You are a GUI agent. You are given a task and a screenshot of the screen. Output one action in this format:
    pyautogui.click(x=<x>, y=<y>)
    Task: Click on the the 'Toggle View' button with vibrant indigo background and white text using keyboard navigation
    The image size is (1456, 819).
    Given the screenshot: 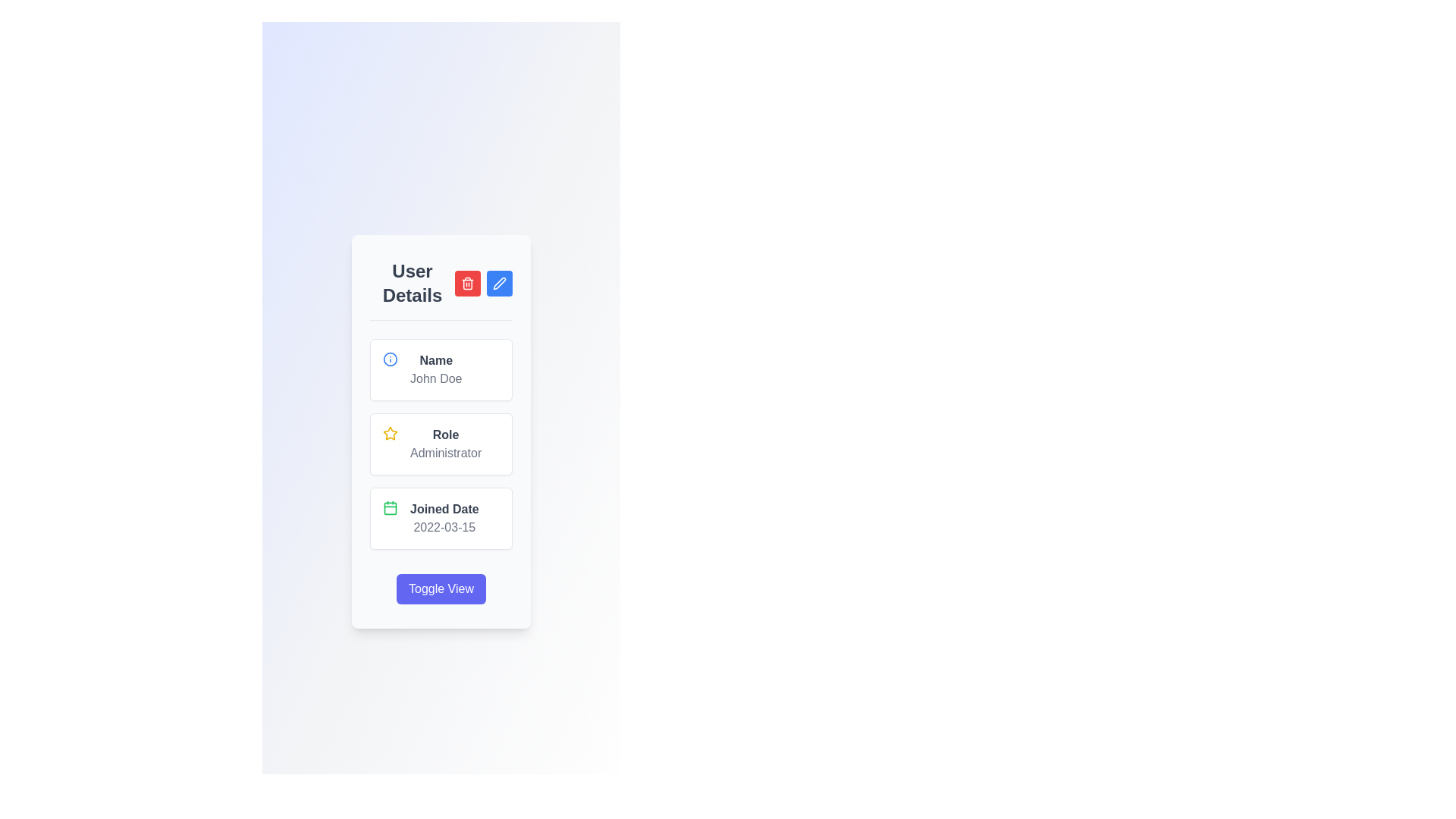 What is the action you would take?
    pyautogui.click(x=440, y=588)
    